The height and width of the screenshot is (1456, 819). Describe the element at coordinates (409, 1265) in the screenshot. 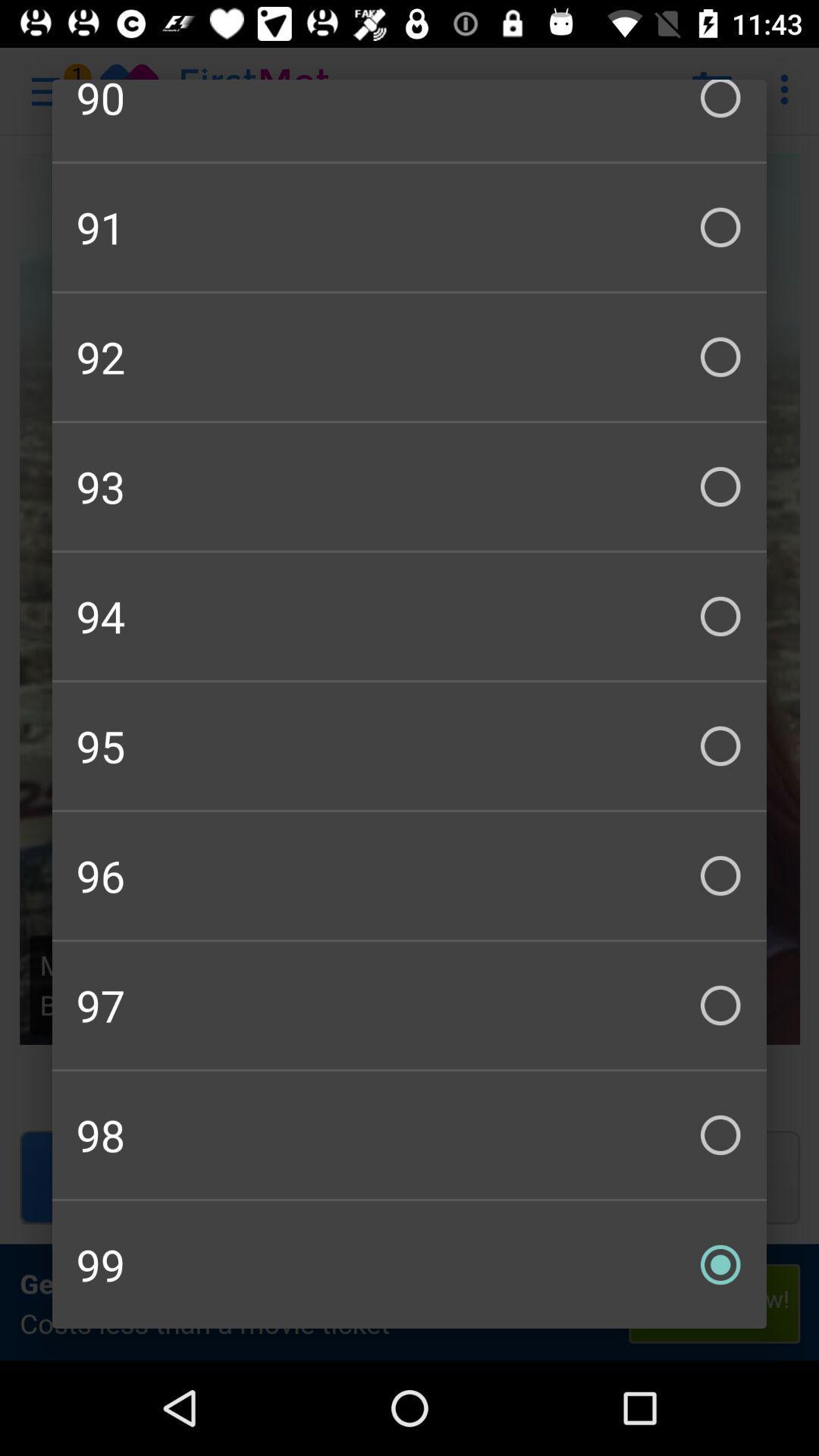

I see `checkbox below 98 checkbox` at that location.